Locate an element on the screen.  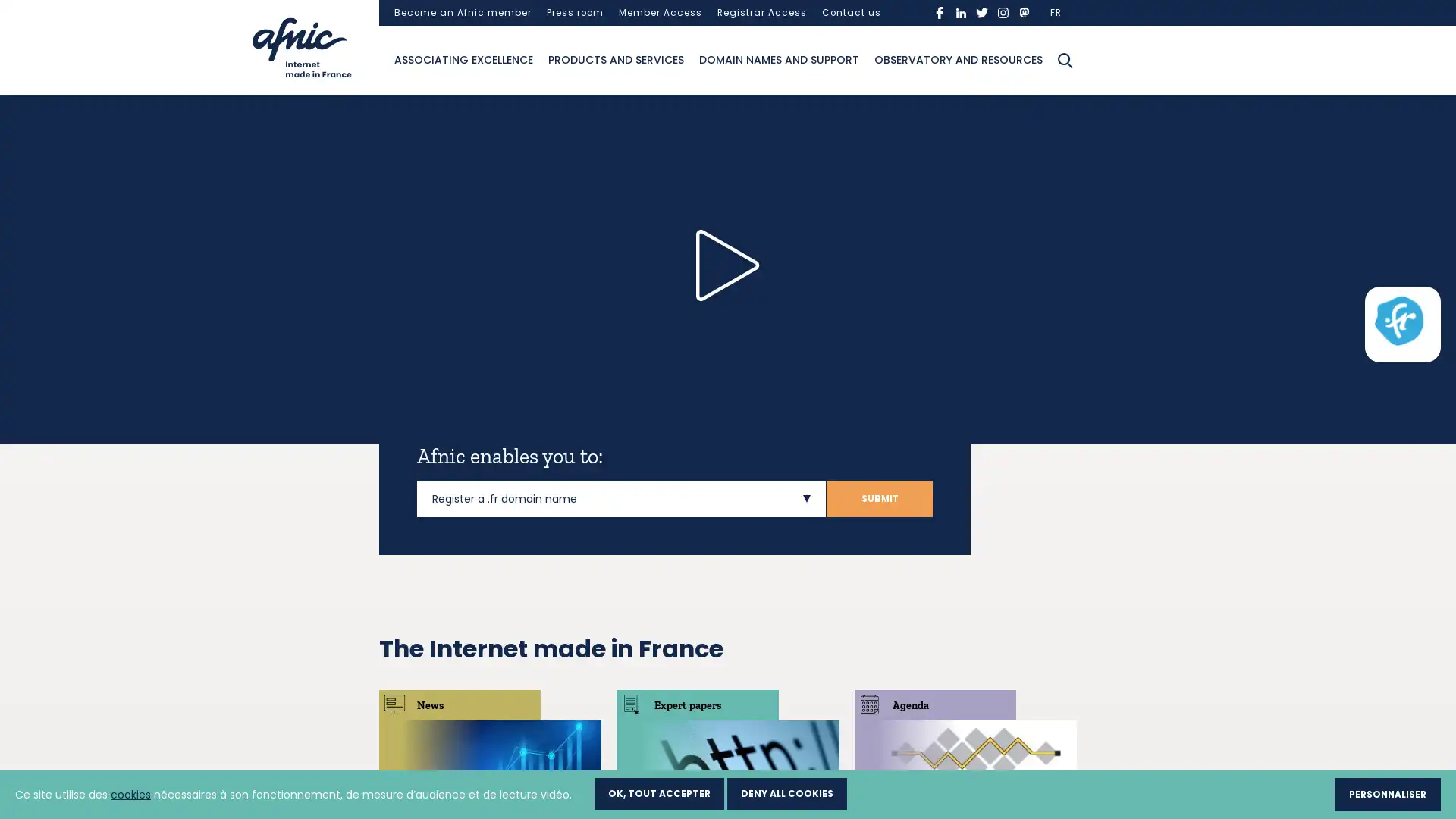
PERSONNALISER is located at coordinates (1387, 793).